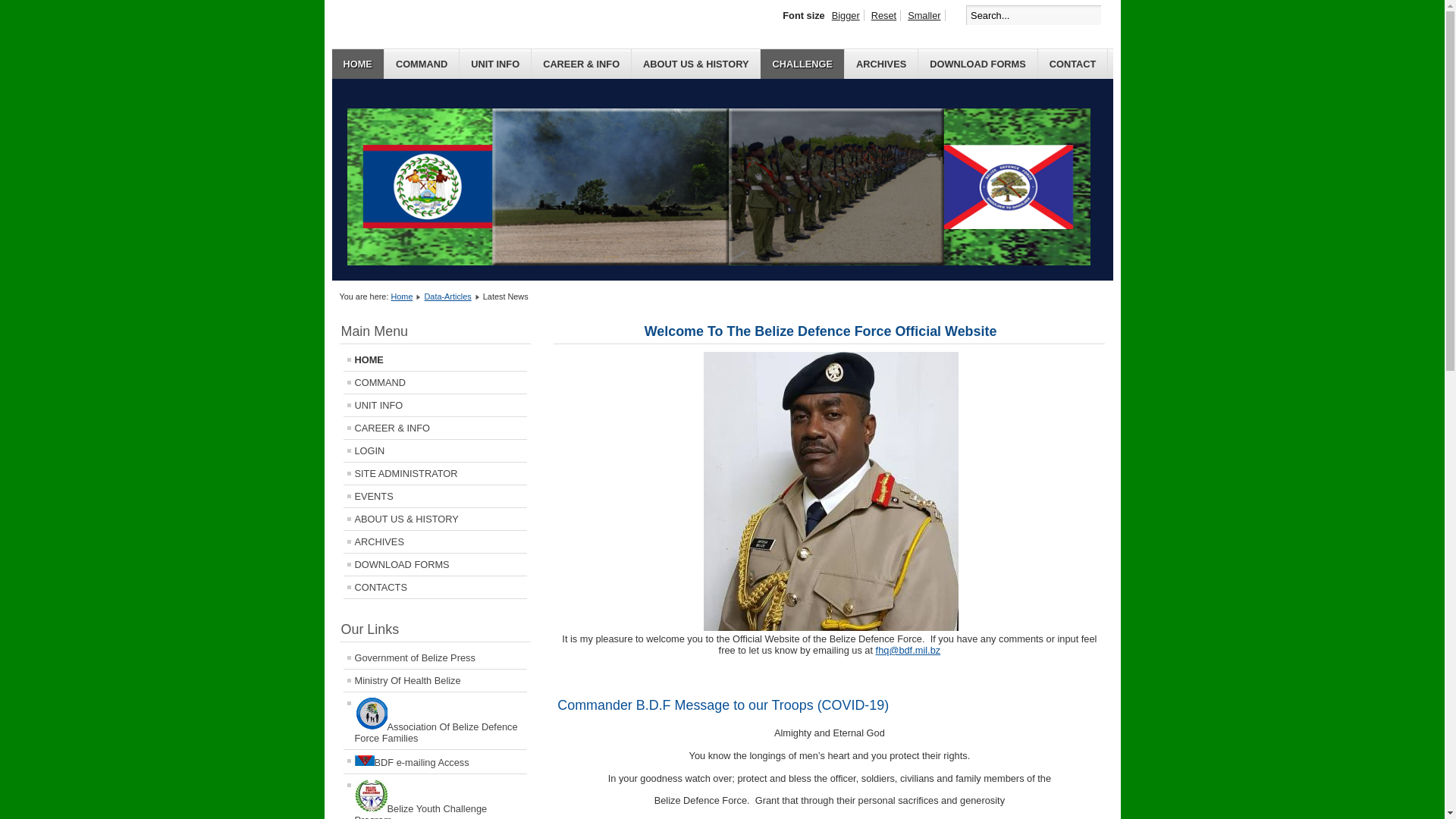  Describe the element at coordinates (761, 63) in the screenshot. I see `'CHALLENGE'` at that location.